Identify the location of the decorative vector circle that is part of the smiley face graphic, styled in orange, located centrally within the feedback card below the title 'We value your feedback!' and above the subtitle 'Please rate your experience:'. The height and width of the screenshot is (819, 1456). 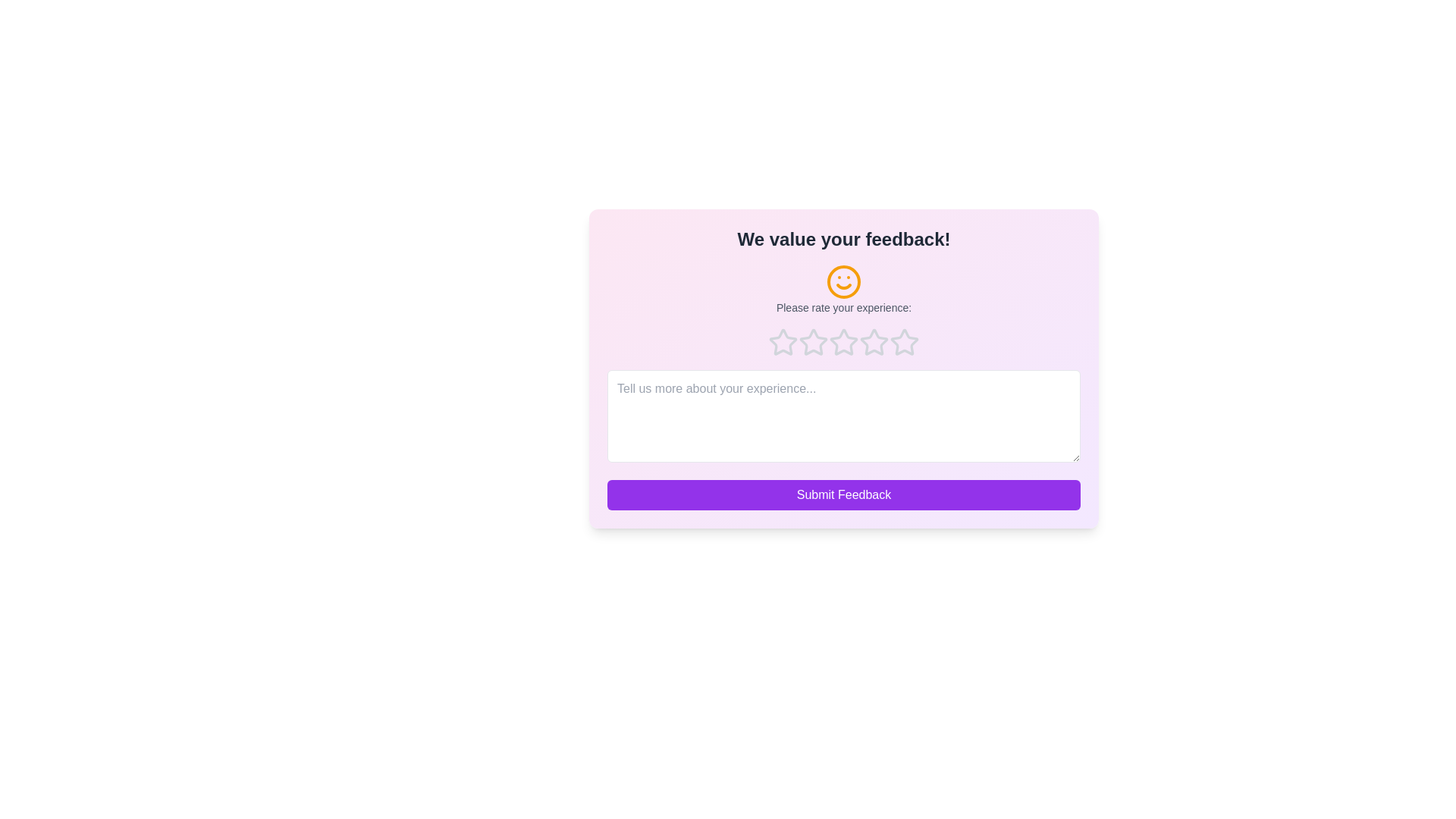
(843, 281).